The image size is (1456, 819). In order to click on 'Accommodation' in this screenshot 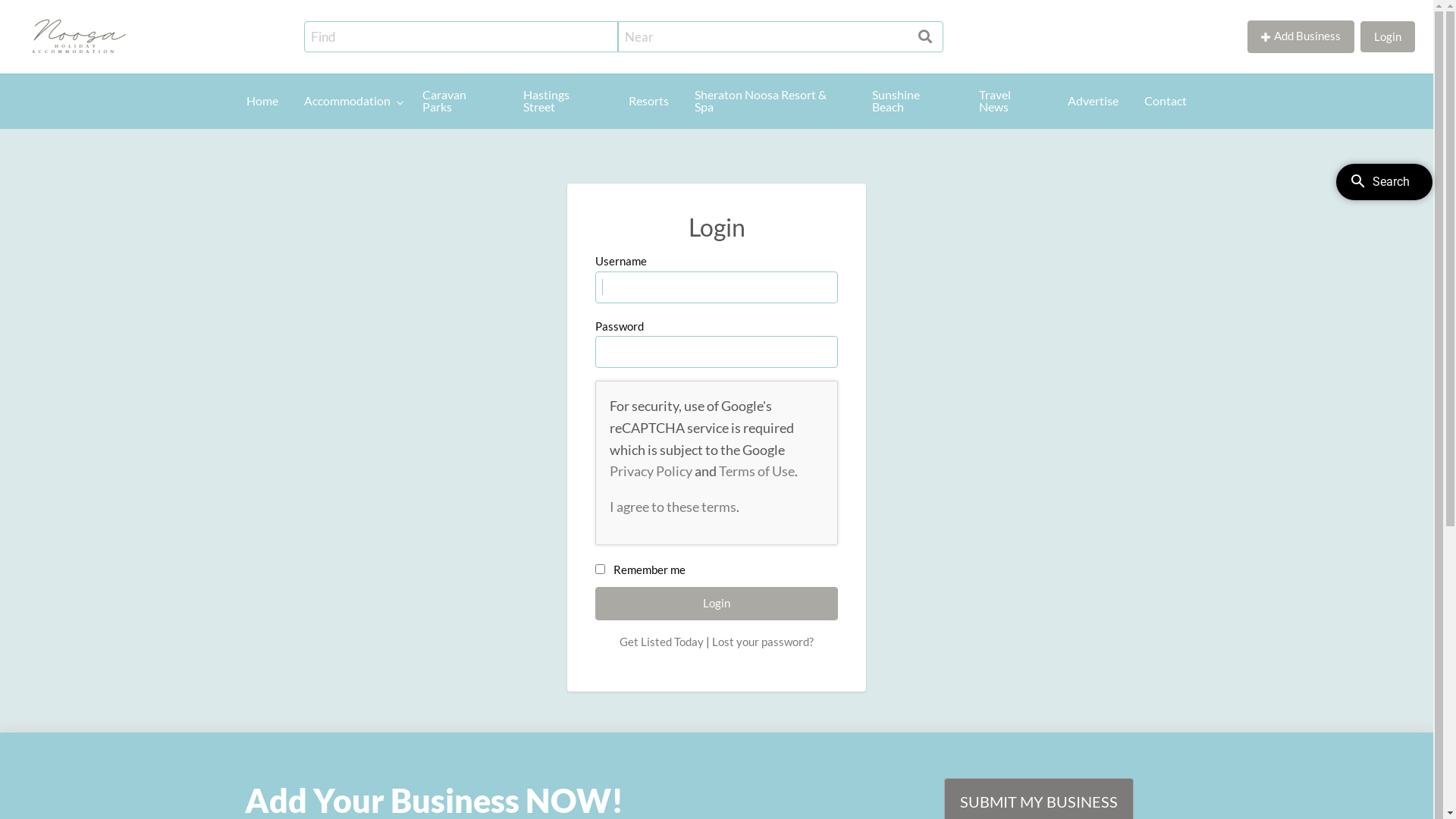, I will do `click(350, 101)`.